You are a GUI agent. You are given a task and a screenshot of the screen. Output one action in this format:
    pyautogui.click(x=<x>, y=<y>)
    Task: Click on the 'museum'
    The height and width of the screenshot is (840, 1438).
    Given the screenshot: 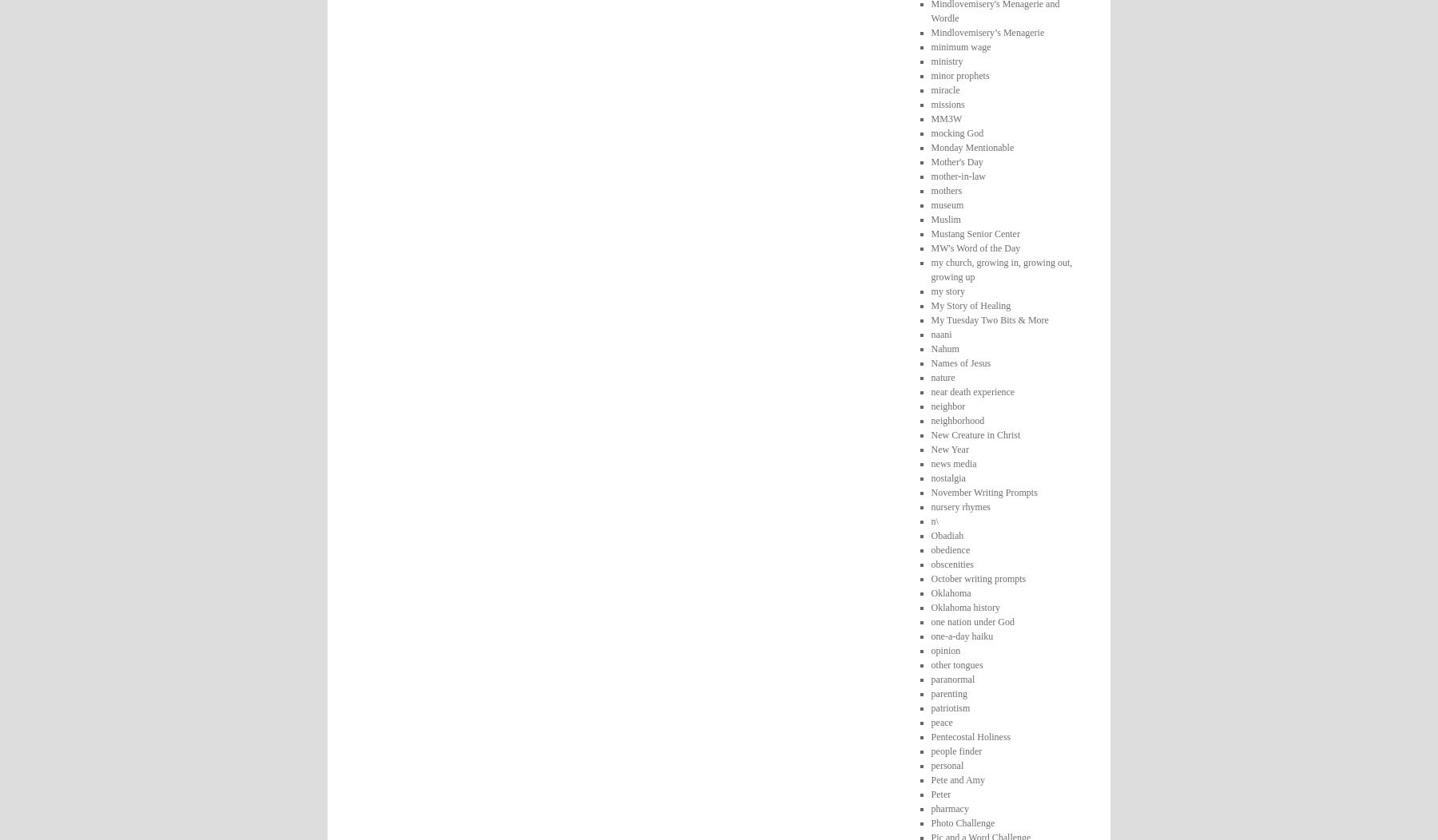 What is the action you would take?
    pyautogui.click(x=946, y=203)
    